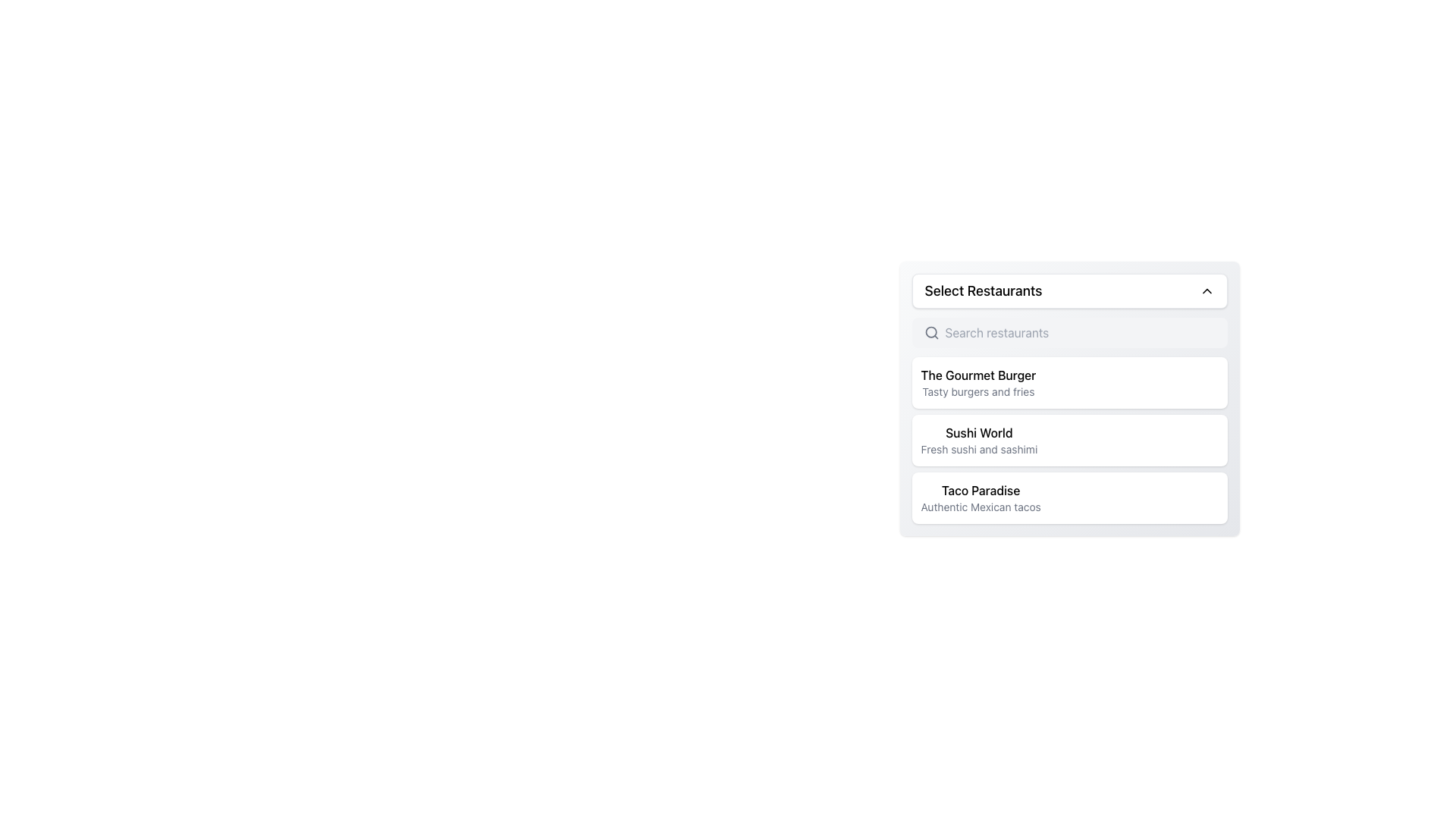  Describe the element at coordinates (1068, 441) in the screenshot. I see `the second list item titled 'Sushi World'` at that location.